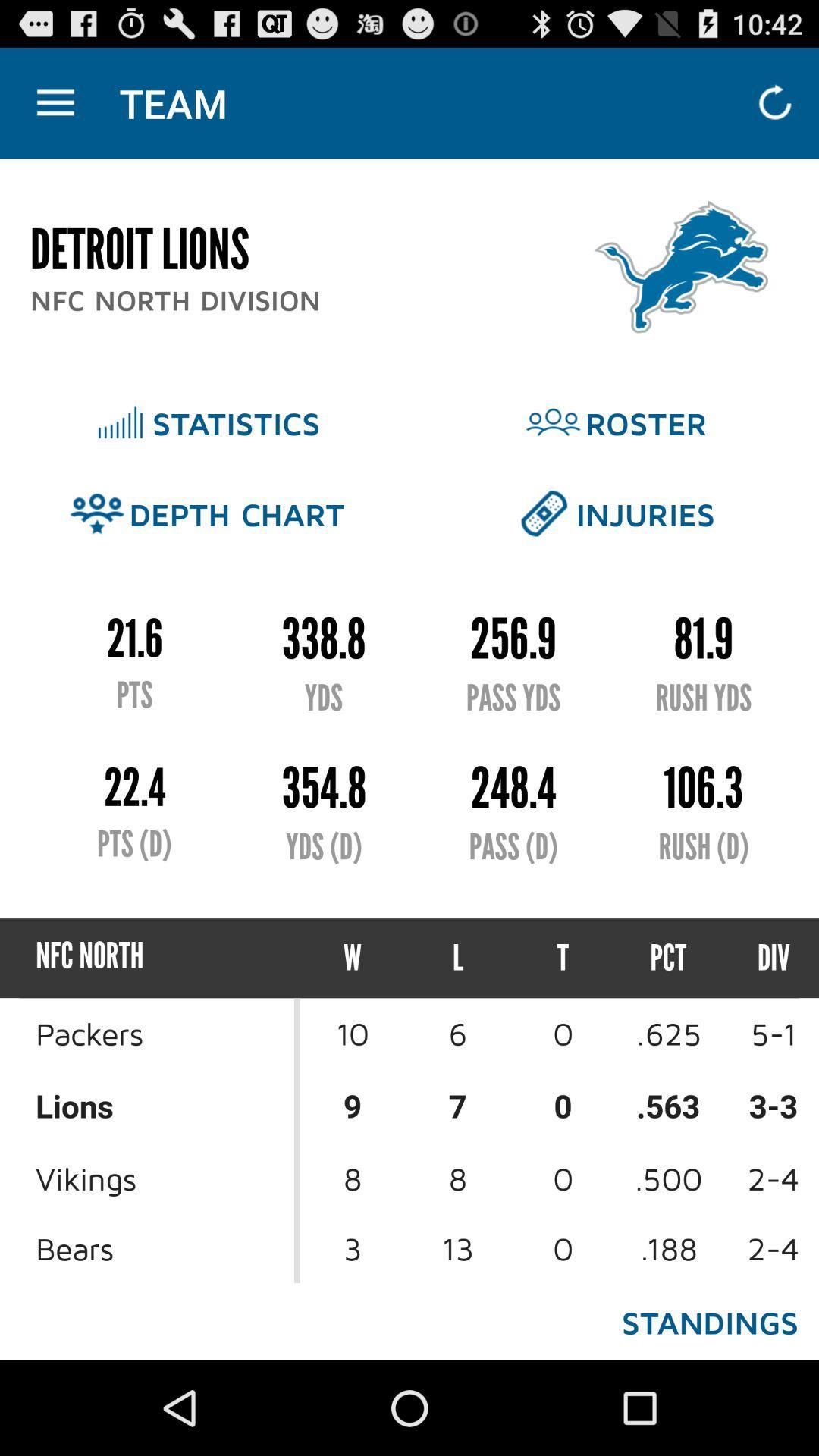 Image resolution: width=819 pixels, height=1456 pixels. Describe the element at coordinates (667, 957) in the screenshot. I see `the pct` at that location.